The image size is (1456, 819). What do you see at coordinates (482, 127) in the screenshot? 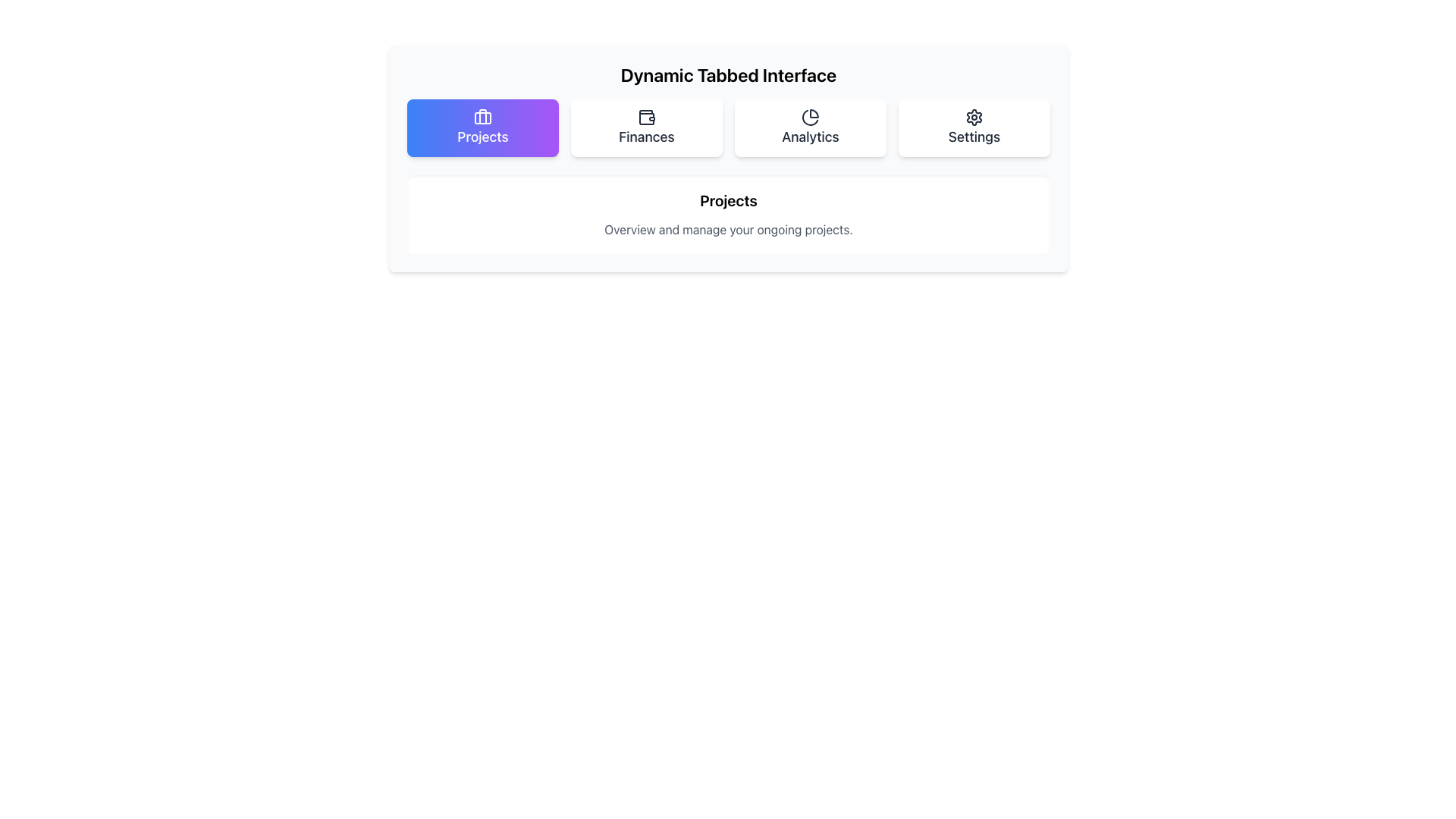
I see `the 'Projects' button that features a suitcase icon and is located in the top-left section of the horizontal menu bar` at bounding box center [482, 127].